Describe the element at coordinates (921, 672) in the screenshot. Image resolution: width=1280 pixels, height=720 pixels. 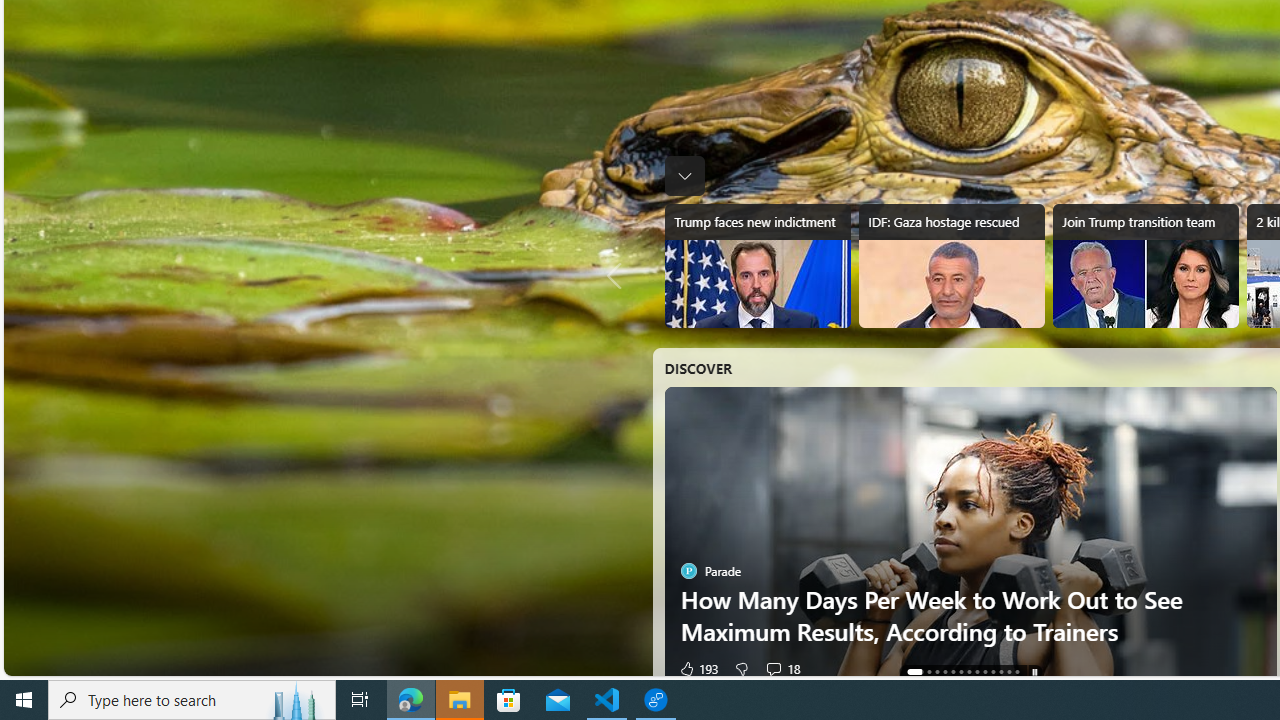
I see `'AutomationID: tab-1'` at that location.